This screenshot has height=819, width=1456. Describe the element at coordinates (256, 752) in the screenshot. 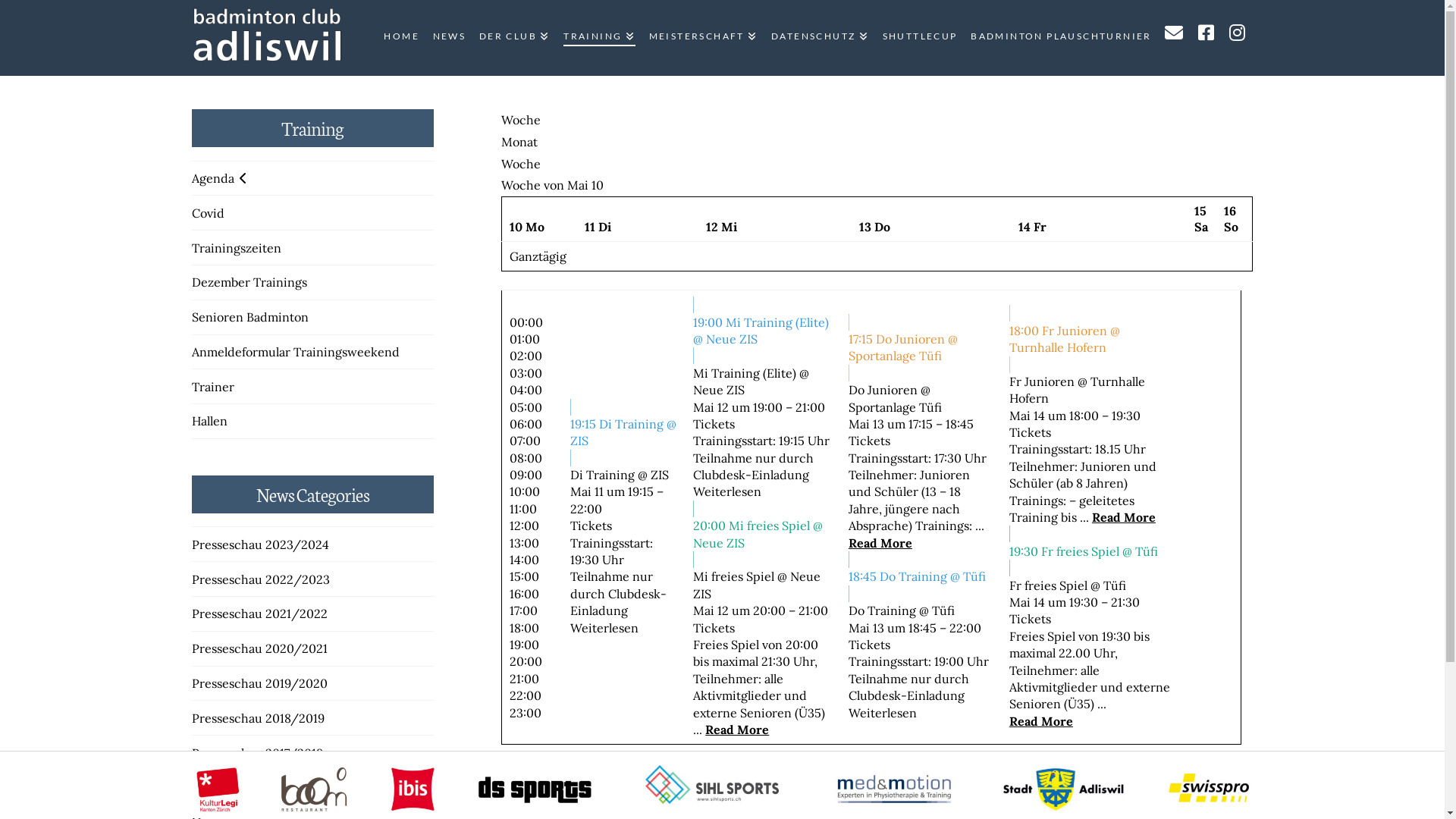

I see `'Presseschau 2017/2018'` at that location.